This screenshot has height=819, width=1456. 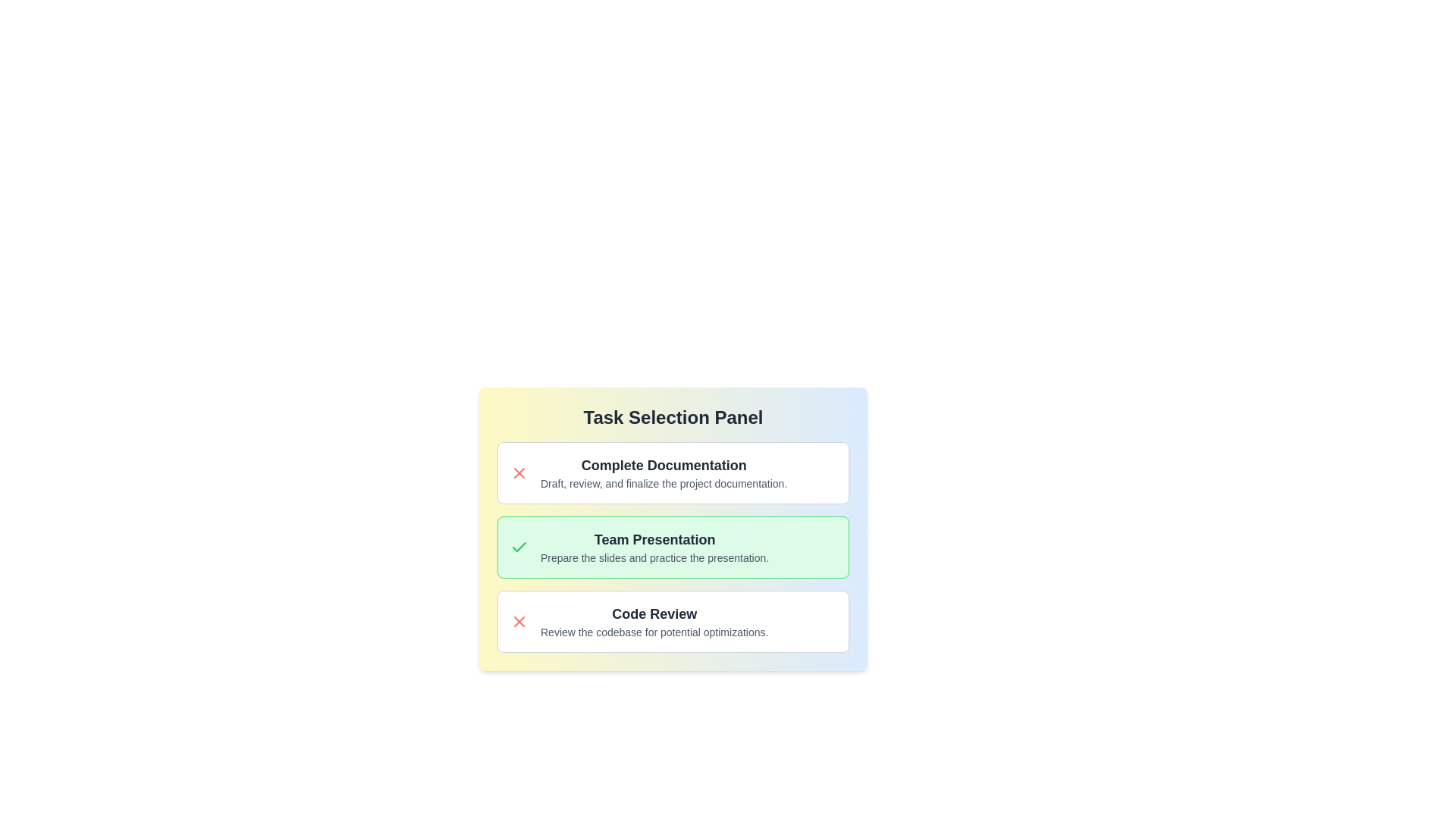 I want to click on the 'Team Presentation' task in the Task Selection Panel, so click(x=673, y=547).